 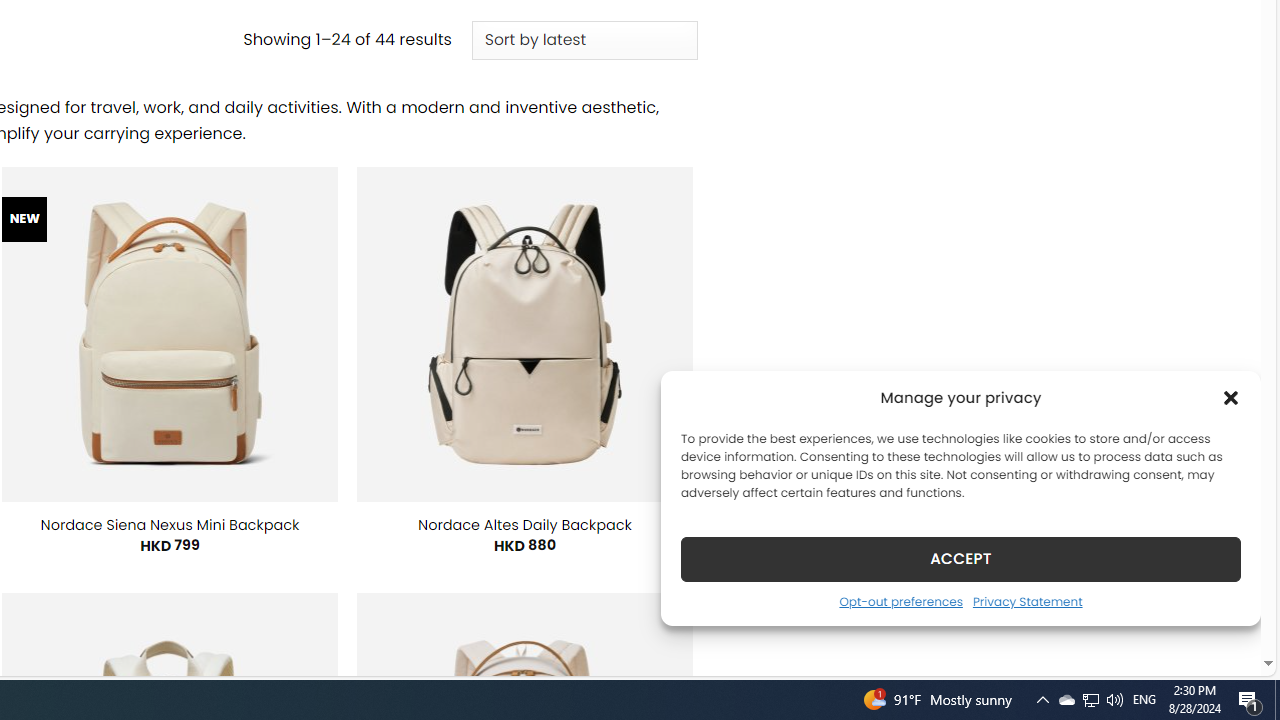 What do you see at coordinates (899, 600) in the screenshot?
I see `'Opt-out preferences'` at bounding box center [899, 600].